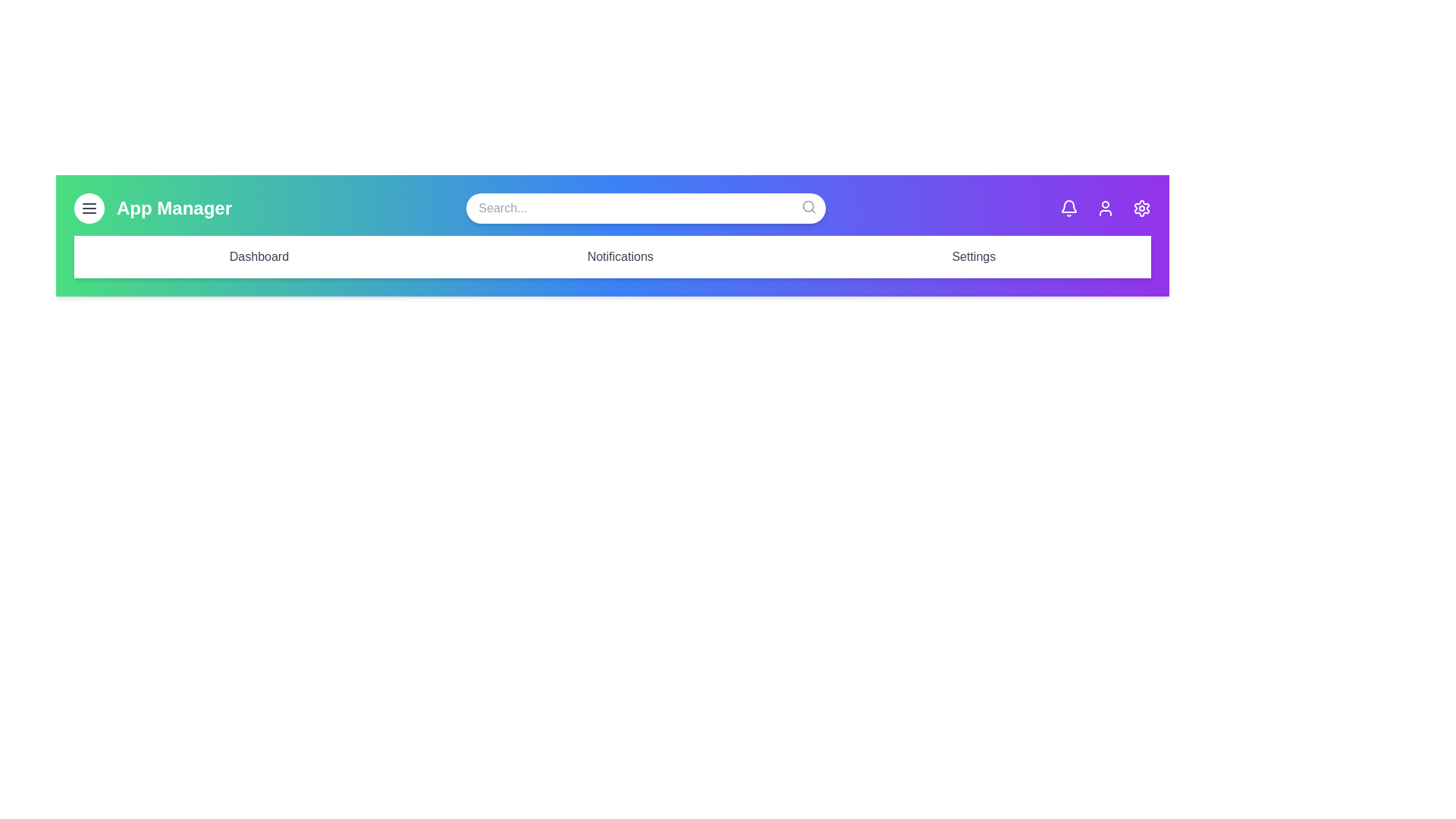  I want to click on the menu link Notifications, so click(620, 256).